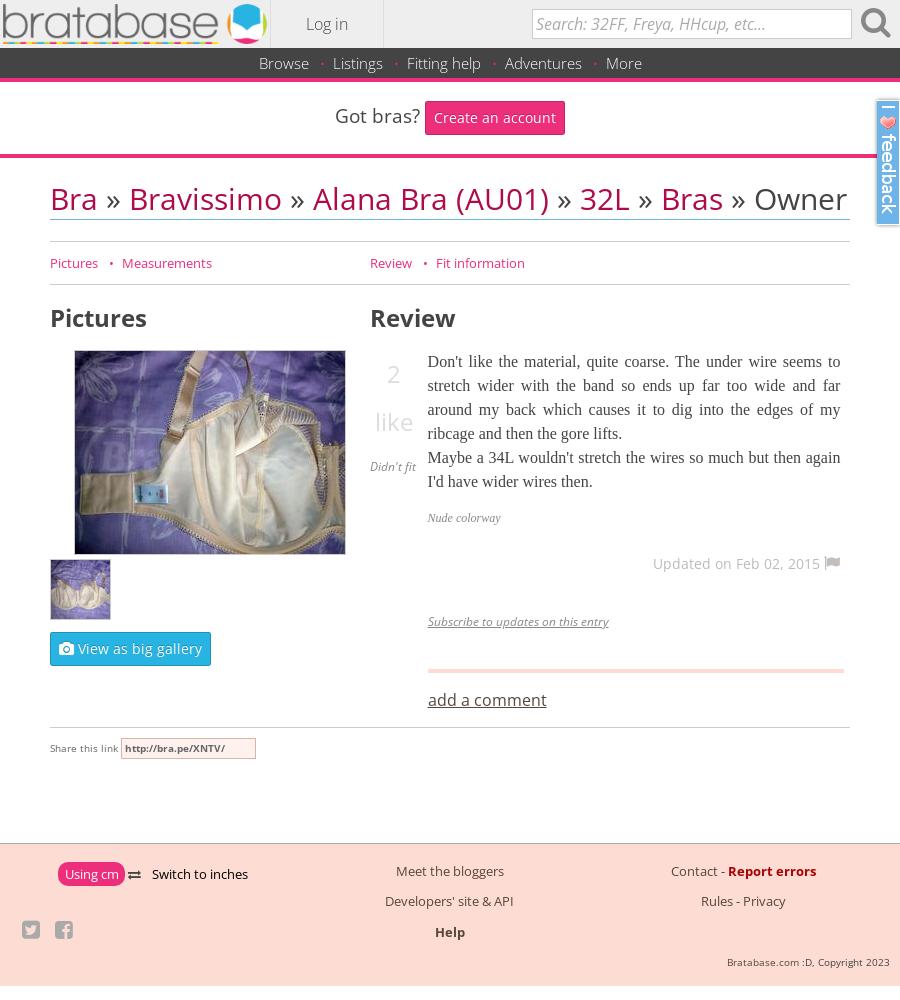 The height and width of the screenshot is (1000, 900). I want to click on 'Log in', so click(325, 24).